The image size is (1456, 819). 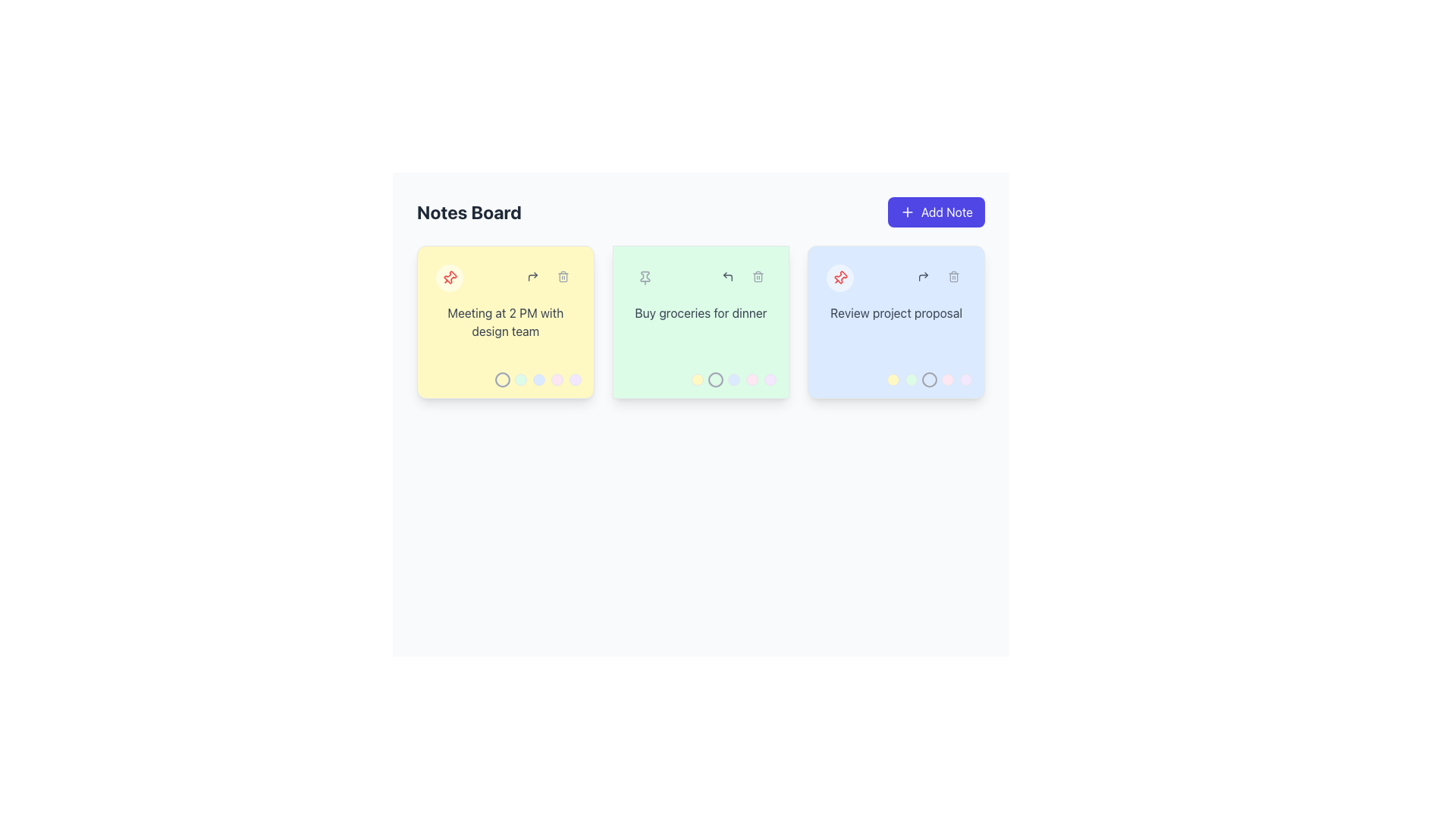 What do you see at coordinates (840, 277) in the screenshot?
I see `the visual state of the red stylized pin icon with a rounded pinhead and sharp base, positioned in the top-left subsection of the interface, part of the first card in a row of three note cards` at bounding box center [840, 277].